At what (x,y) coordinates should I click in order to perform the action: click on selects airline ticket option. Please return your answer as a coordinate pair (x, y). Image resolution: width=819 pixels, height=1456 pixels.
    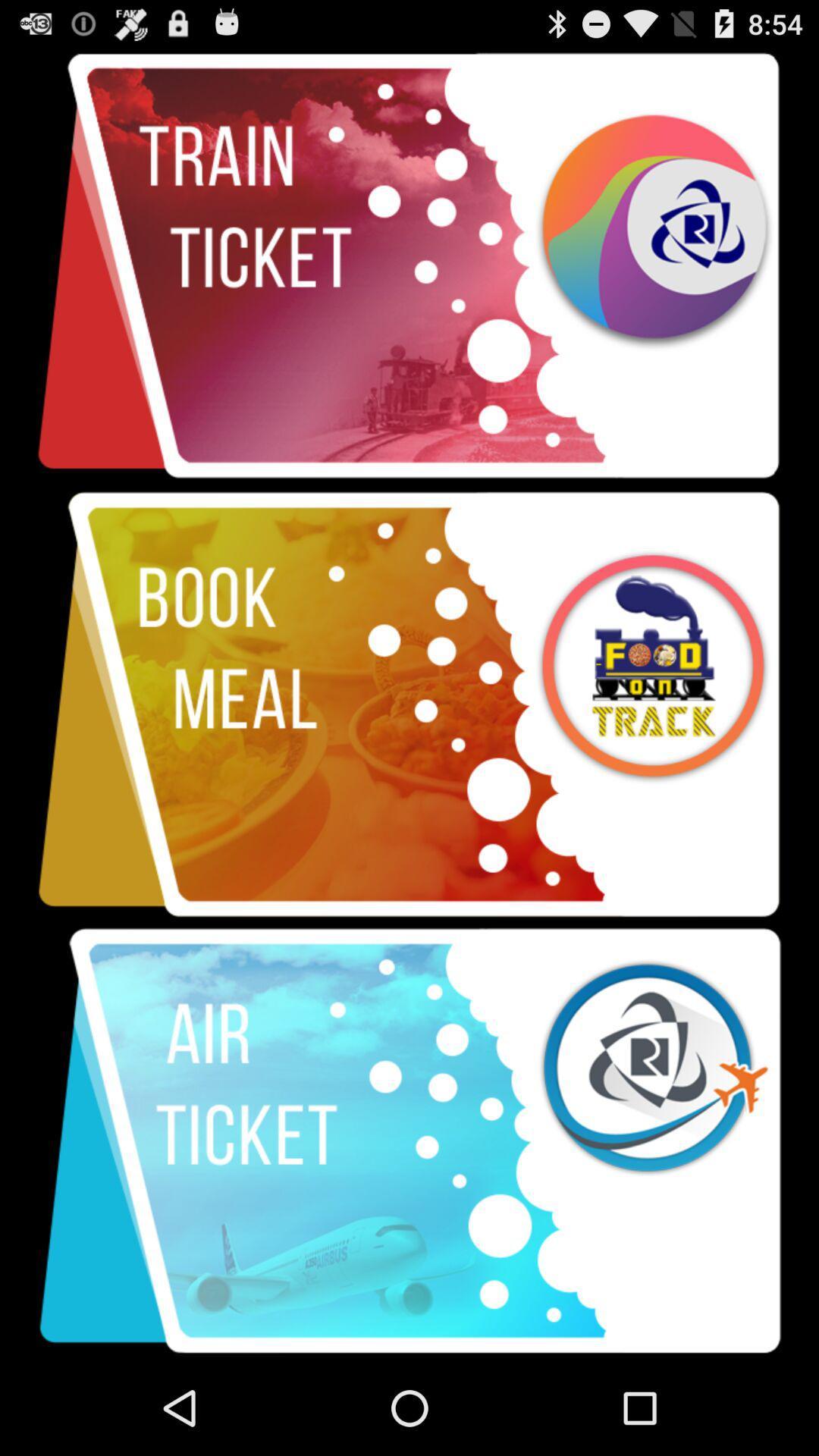
    Looking at the image, I should click on (409, 1141).